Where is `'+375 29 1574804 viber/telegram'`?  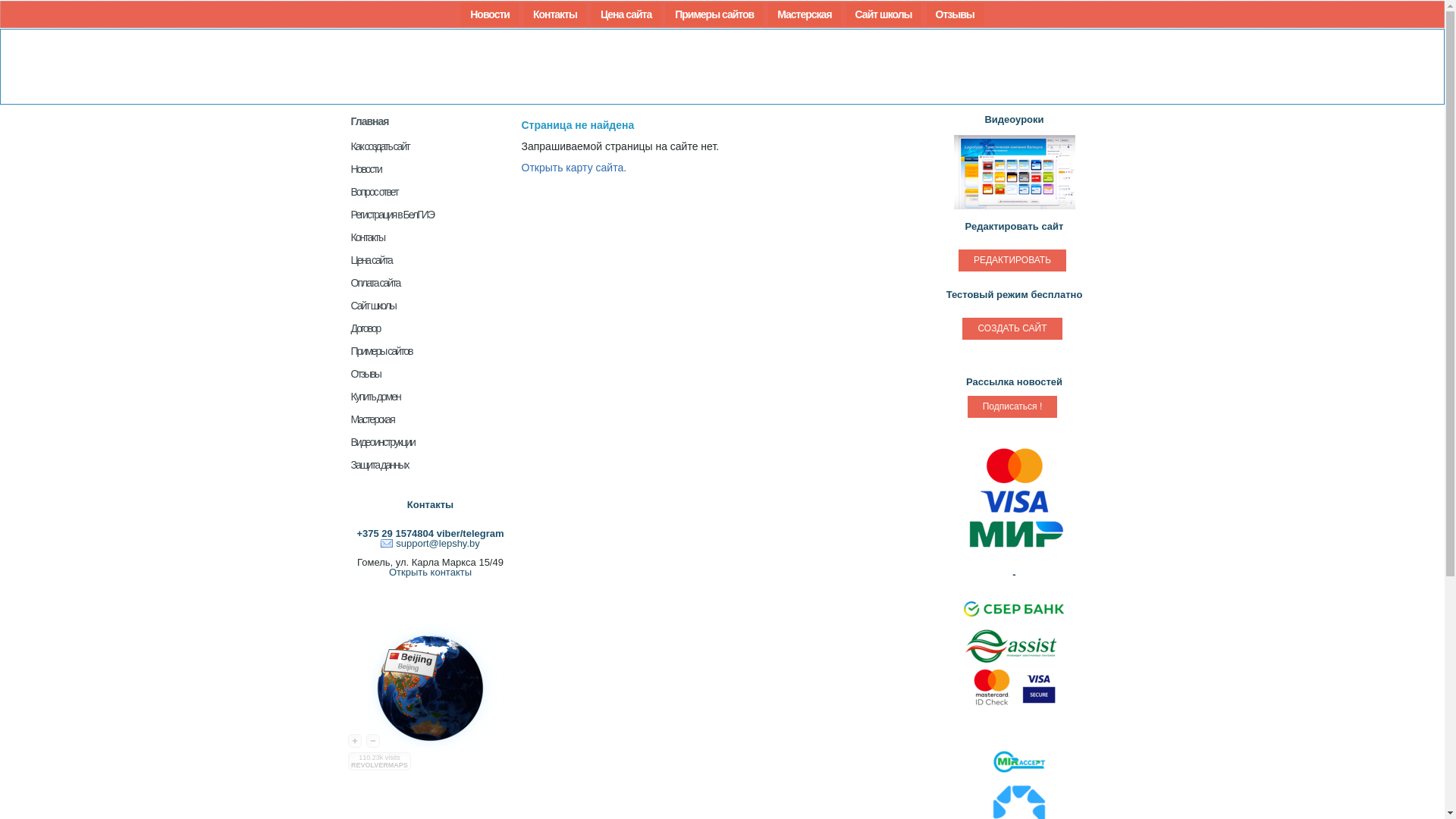
'+375 29 1574804 viber/telegram' is located at coordinates (428, 532).